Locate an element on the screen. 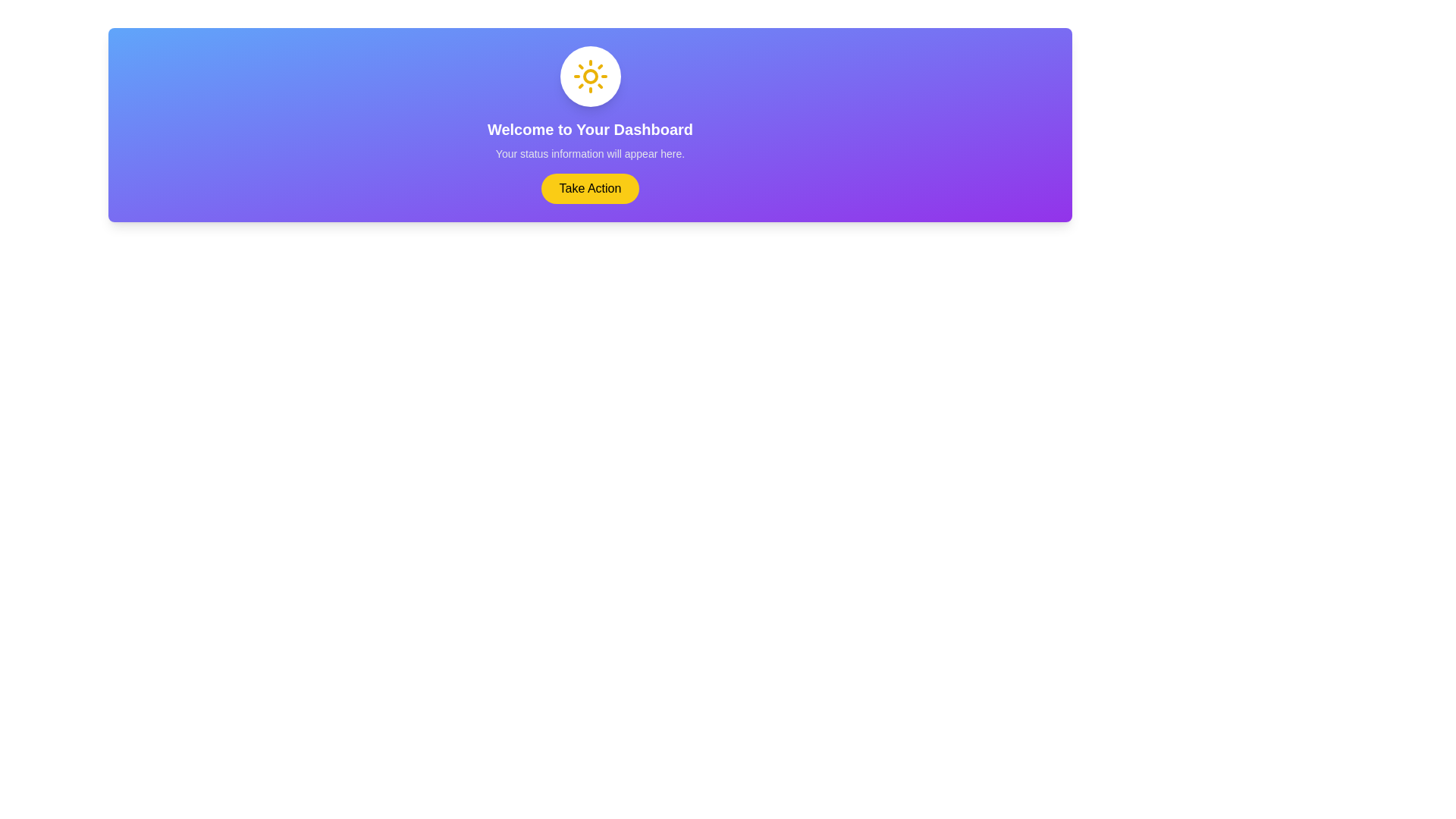 The image size is (1456, 819). the pill-shaped button with a yellow background and black text reading 'Take Action' to observe its hover effects is located at coordinates (589, 188).